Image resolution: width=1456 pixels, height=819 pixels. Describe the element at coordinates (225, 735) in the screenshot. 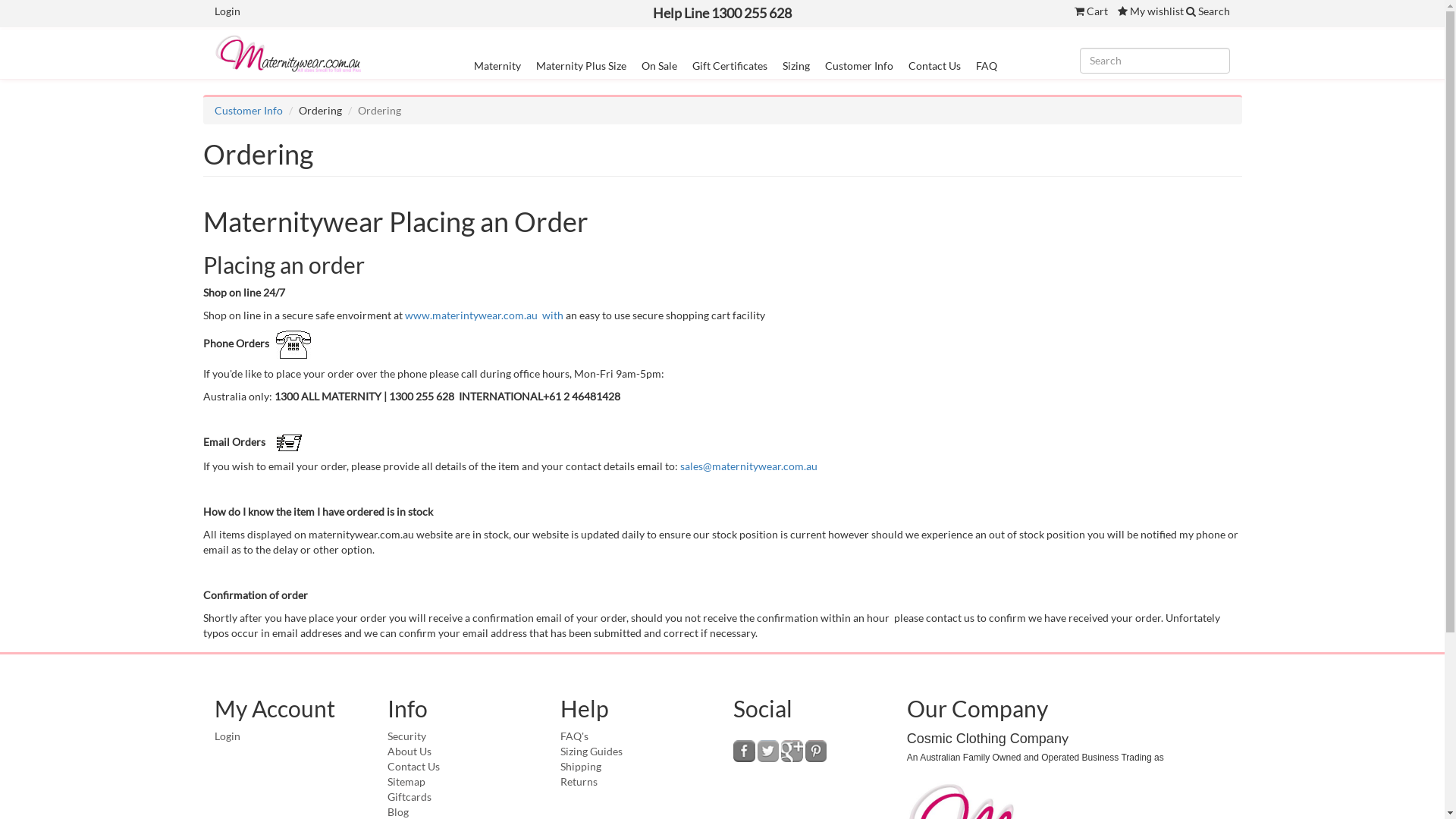

I see `'Login'` at that location.